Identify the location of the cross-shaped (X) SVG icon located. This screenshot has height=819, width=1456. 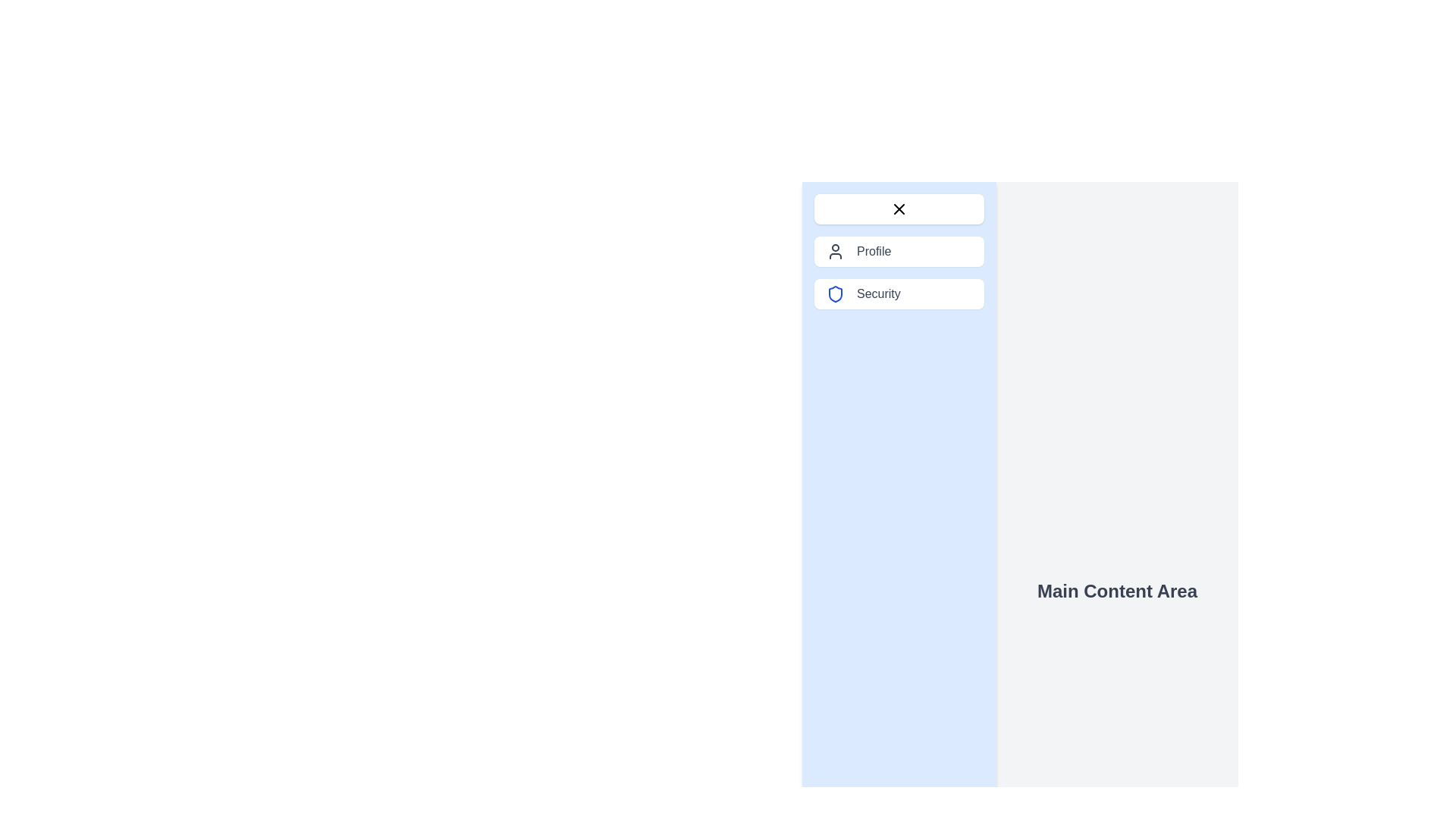
(899, 209).